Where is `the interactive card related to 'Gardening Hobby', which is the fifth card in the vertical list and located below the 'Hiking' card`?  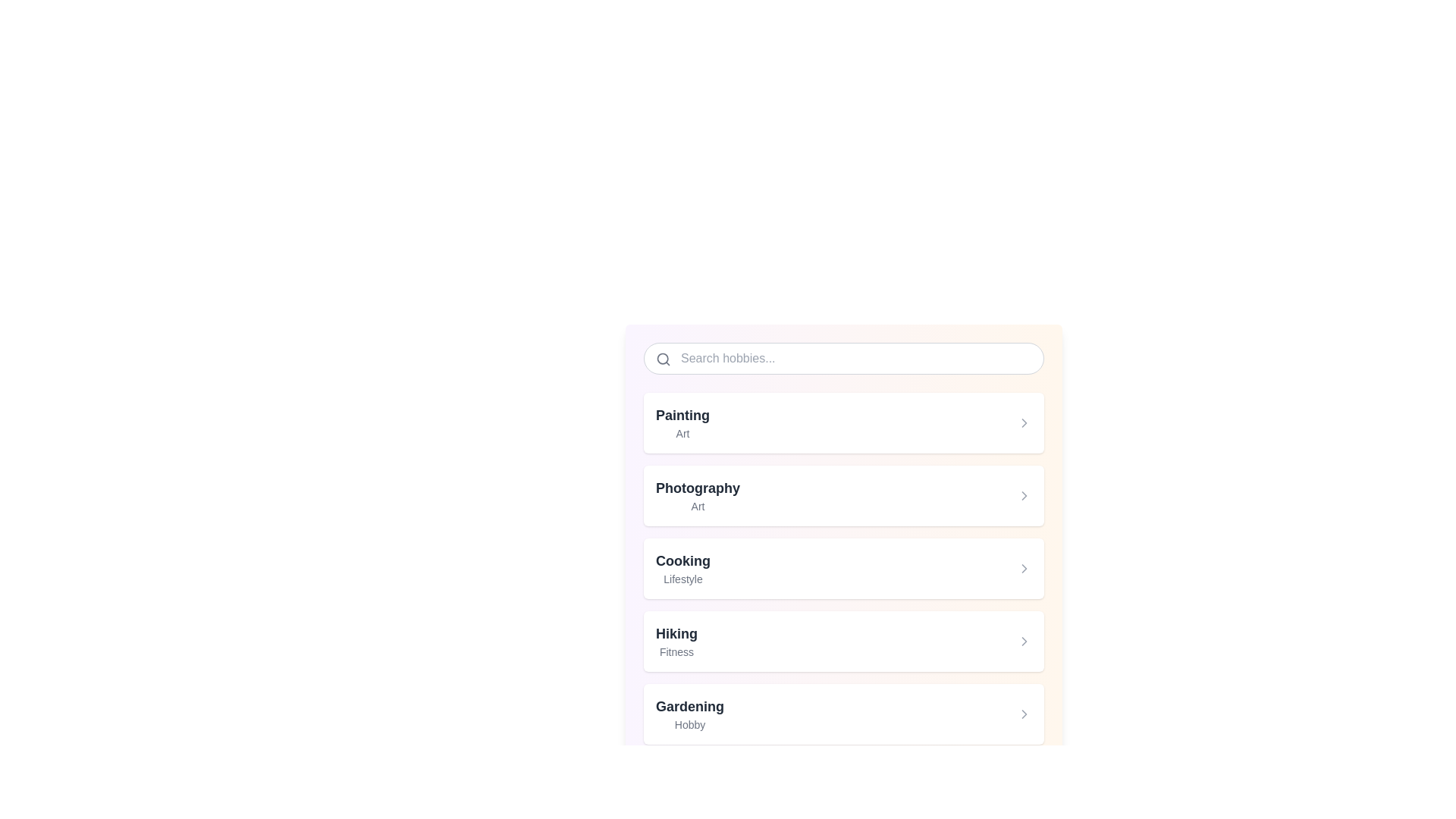 the interactive card related to 'Gardening Hobby', which is the fifth card in the vertical list and located below the 'Hiking' card is located at coordinates (843, 714).